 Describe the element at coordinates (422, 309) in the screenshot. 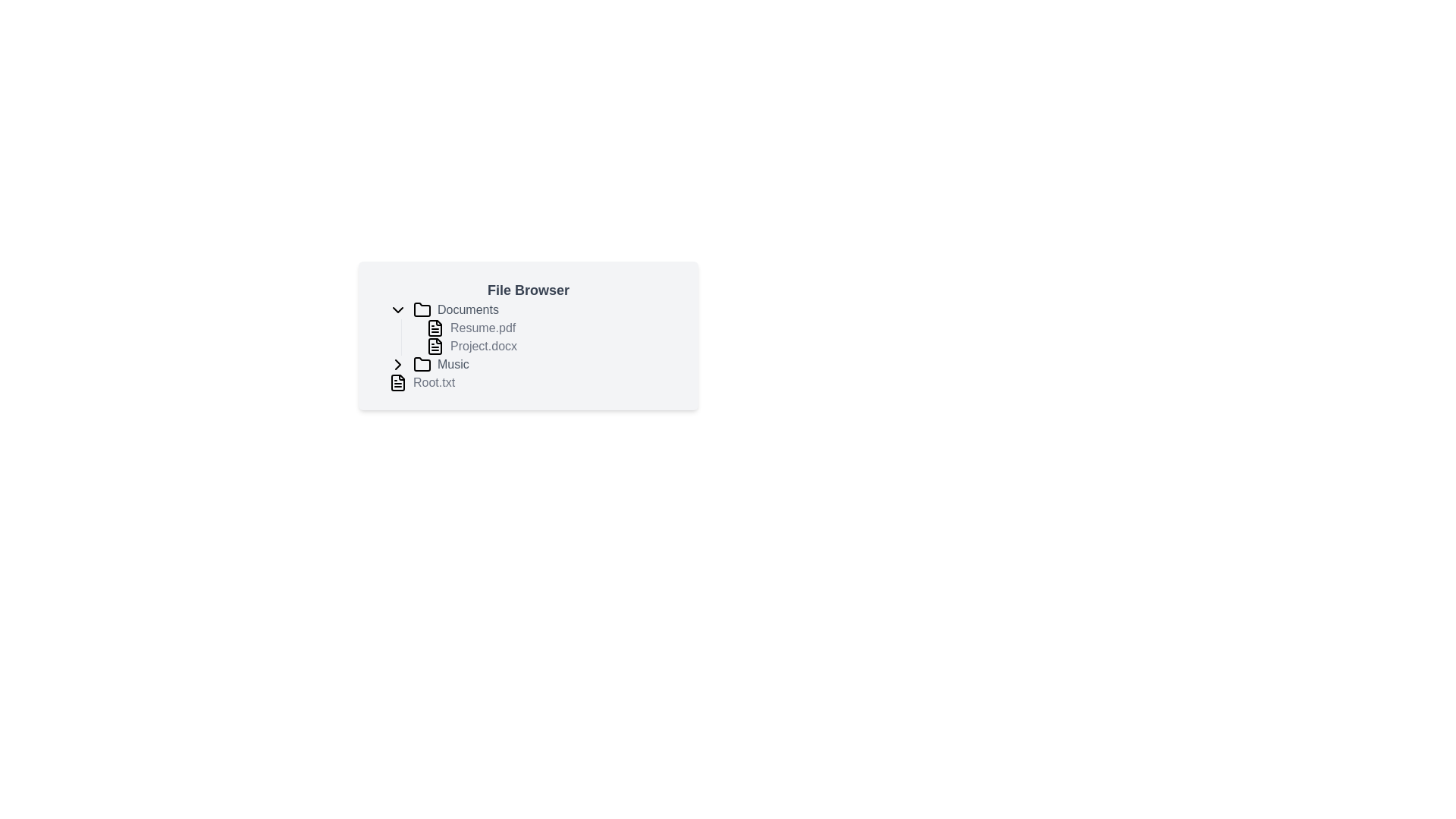

I see `the folder icon labeled 'Documents' in the file browser interface, which is the first item in the vertical list` at that location.